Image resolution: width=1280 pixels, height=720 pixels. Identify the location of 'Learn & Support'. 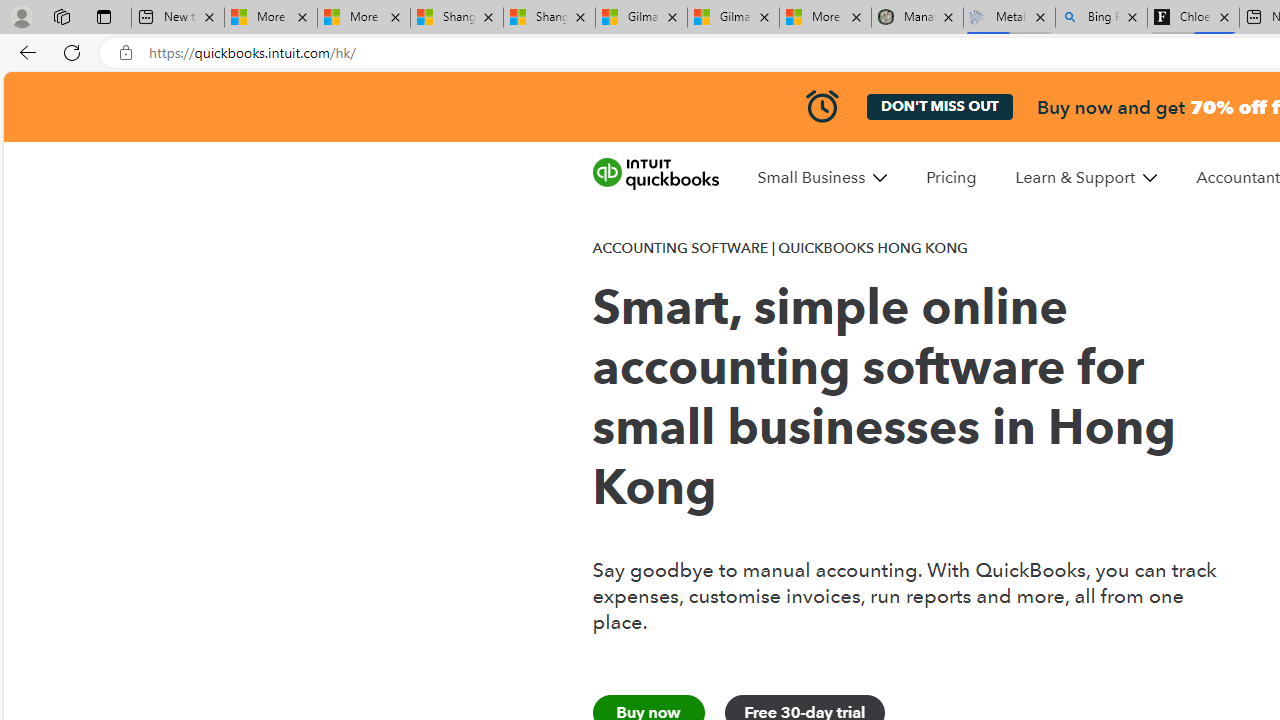
(1085, 176).